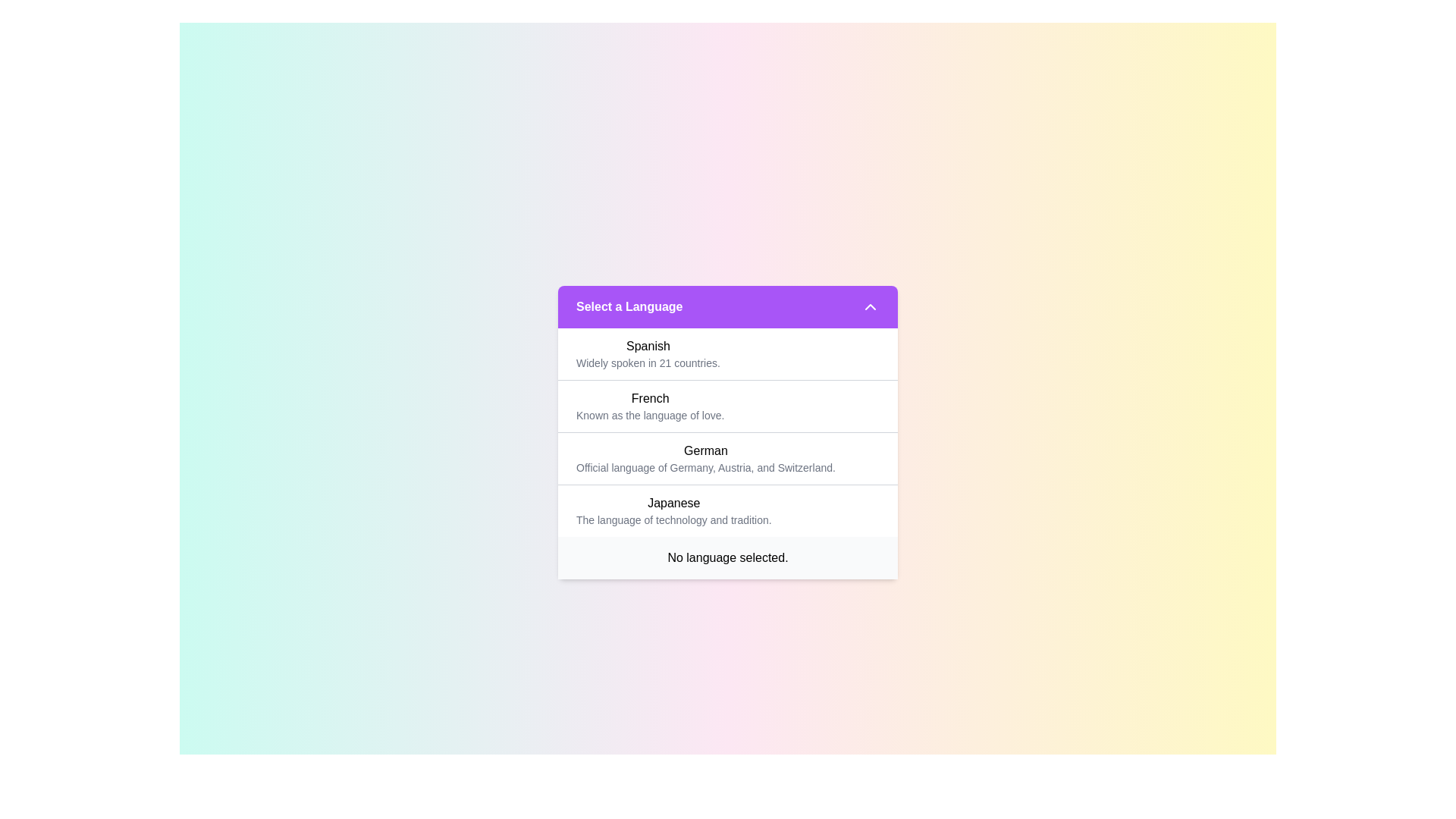  I want to click on the upward-pointing chevron icon with a white border located in the purple header section next to the text 'Select a Language', so click(870, 306).